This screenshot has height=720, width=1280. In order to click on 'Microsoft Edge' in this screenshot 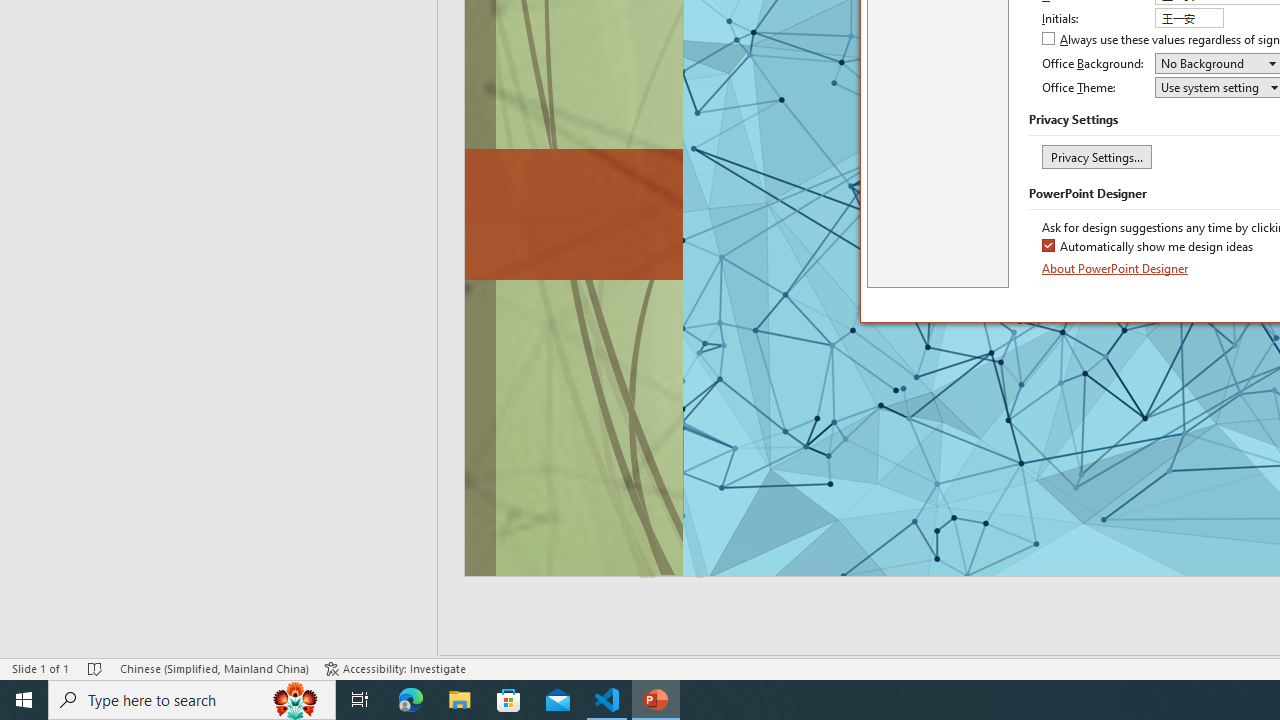, I will do `click(410, 698)`.